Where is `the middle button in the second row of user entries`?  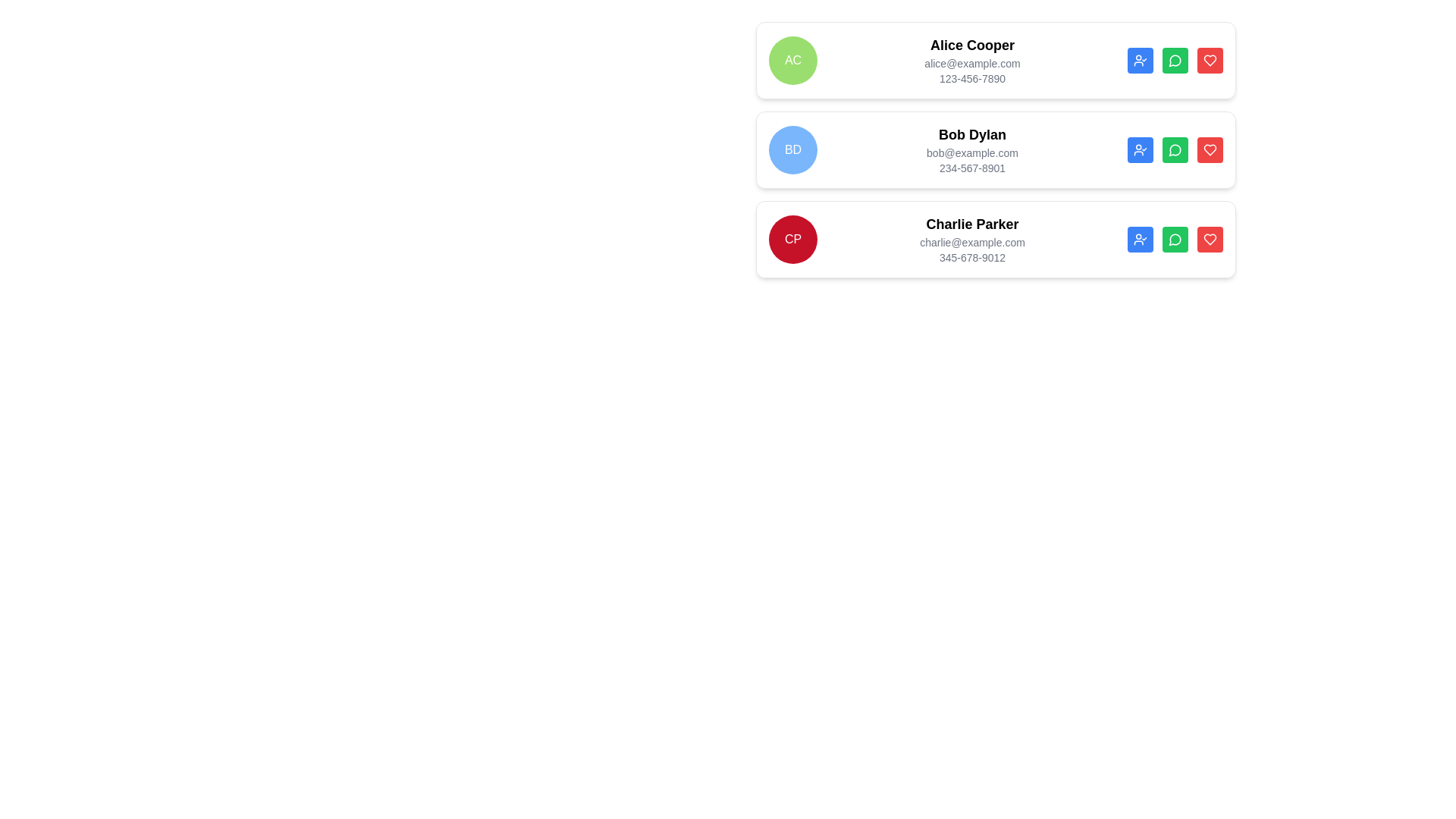 the middle button in the second row of user entries is located at coordinates (1175, 149).